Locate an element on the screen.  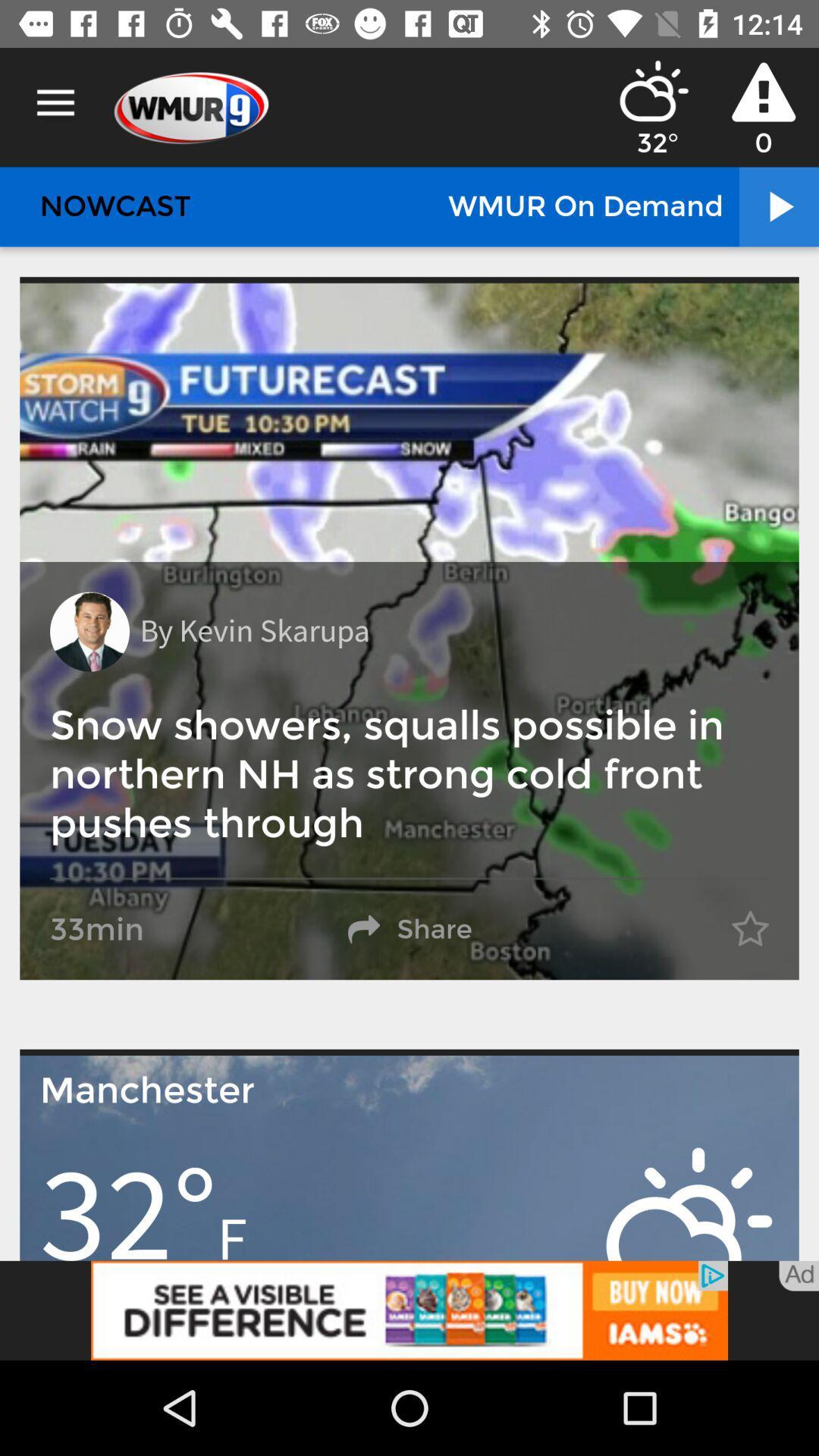
the menu icon is located at coordinates (55, 102).